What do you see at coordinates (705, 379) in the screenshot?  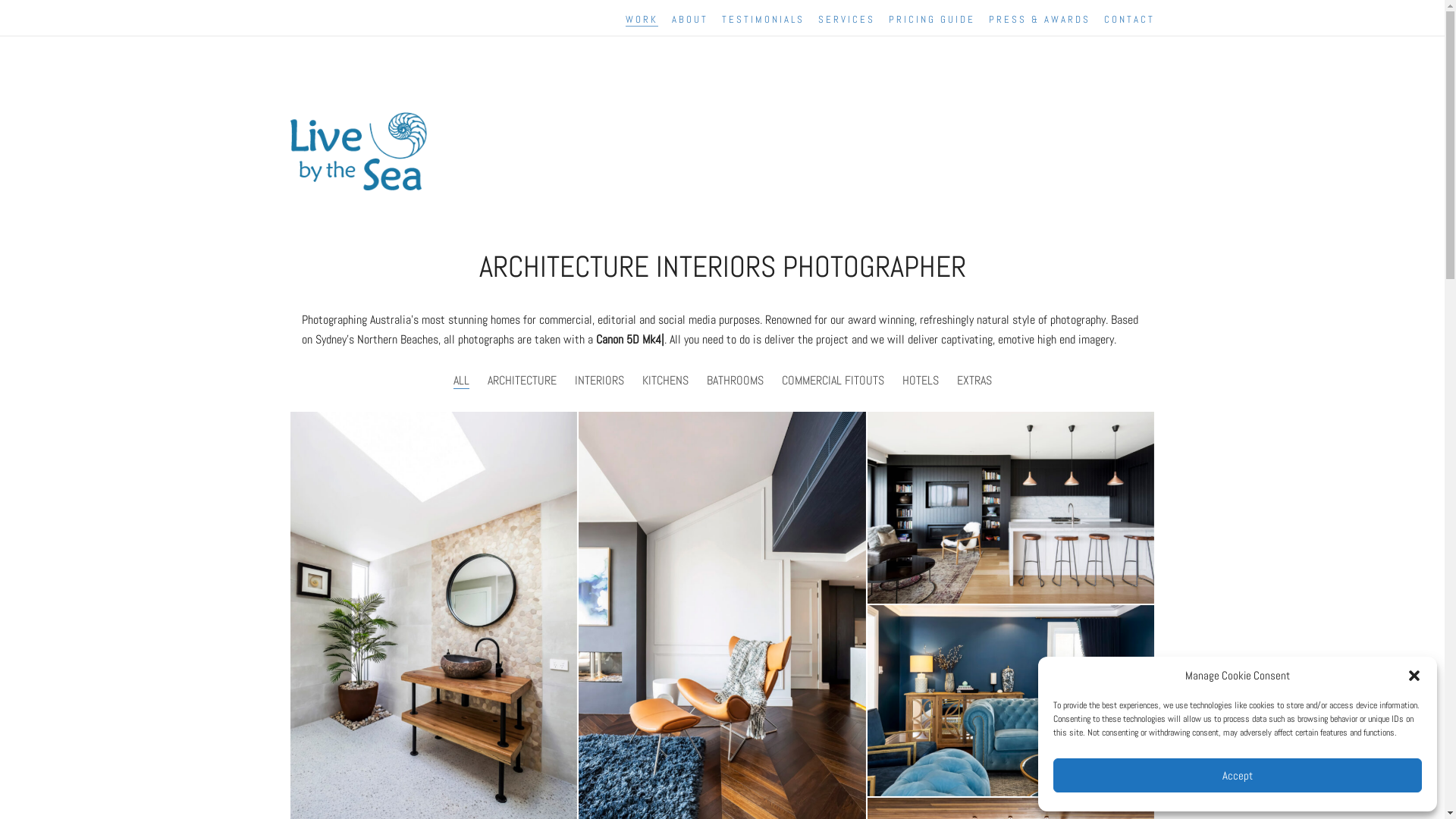 I see `'BATHROOMS'` at bounding box center [705, 379].